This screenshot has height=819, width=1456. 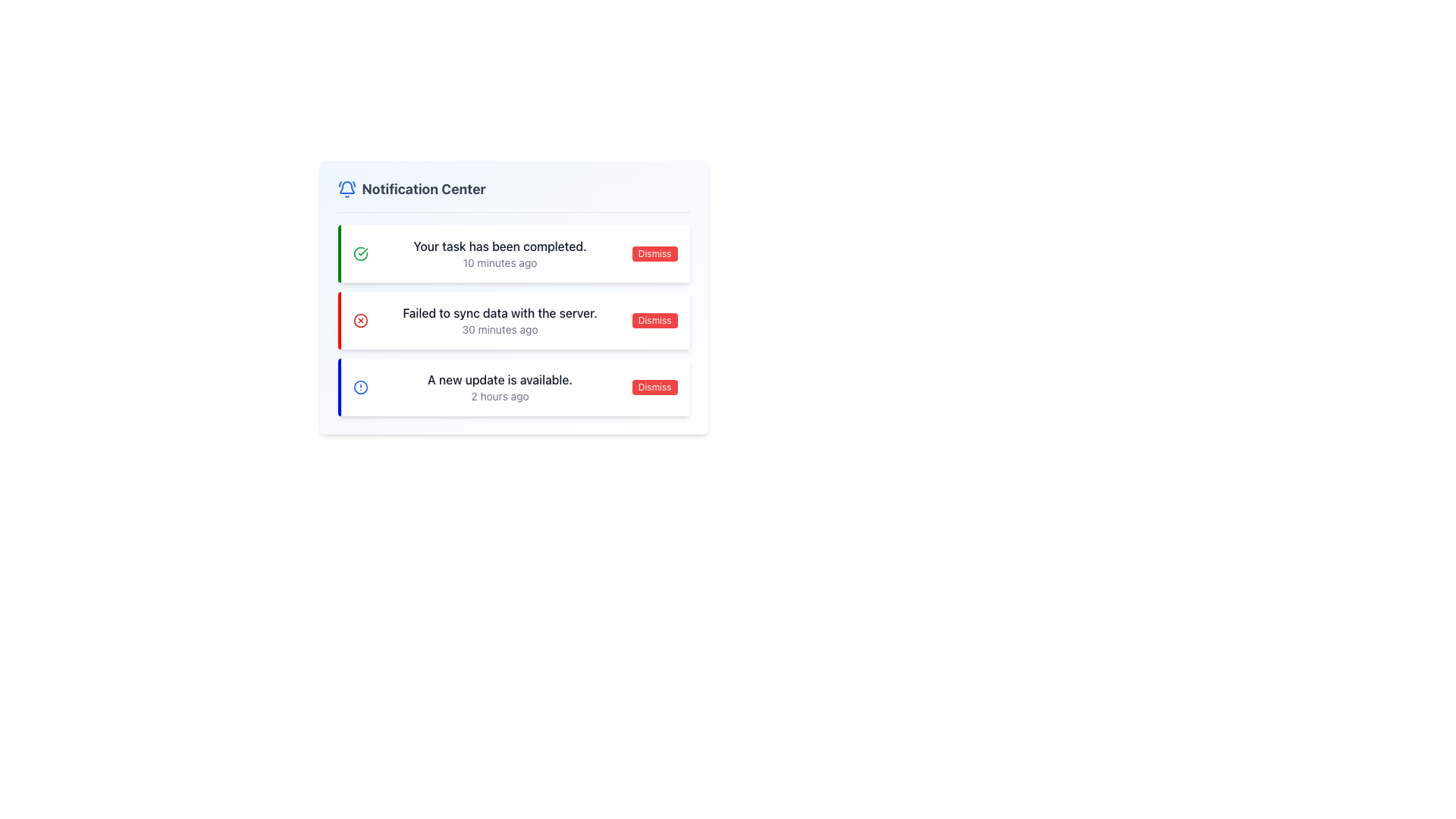 I want to click on the 'Dismiss' button with a red background and white text, so click(x=654, y=320).